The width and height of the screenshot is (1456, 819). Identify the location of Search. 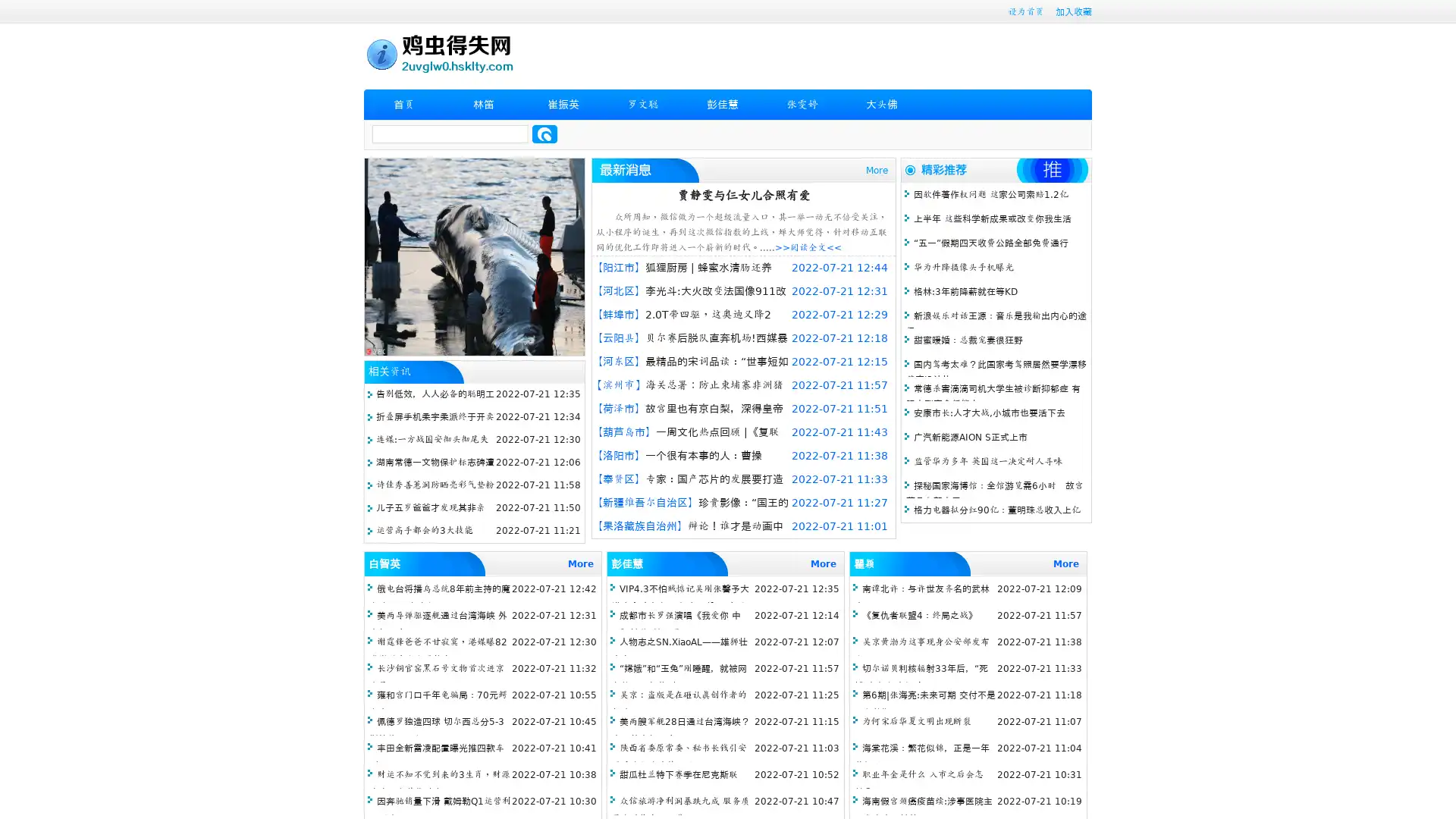
(544, 133).